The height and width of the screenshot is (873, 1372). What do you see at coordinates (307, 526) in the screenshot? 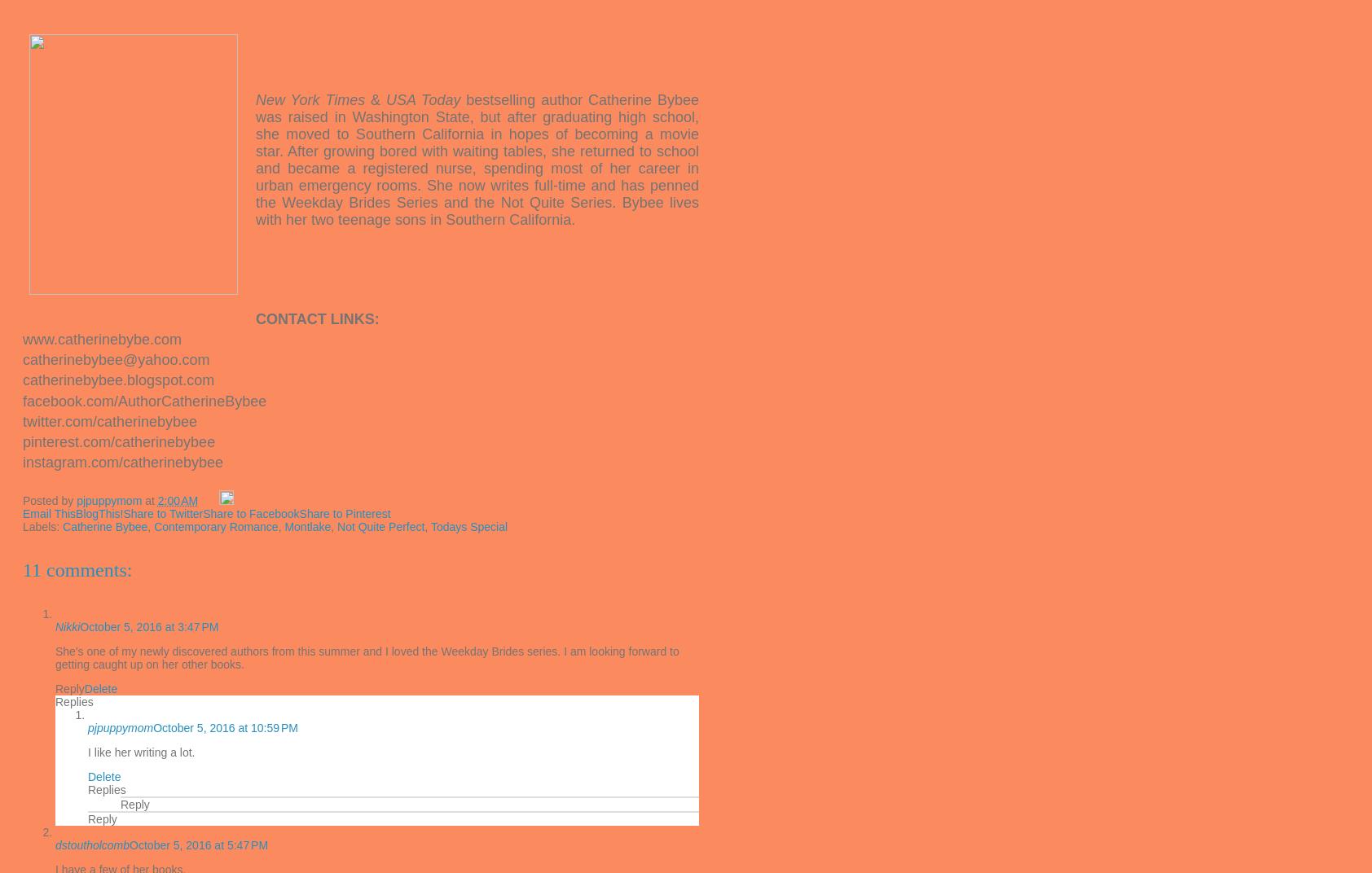
I see `'Montlake'` at bounding box center [307, 526].